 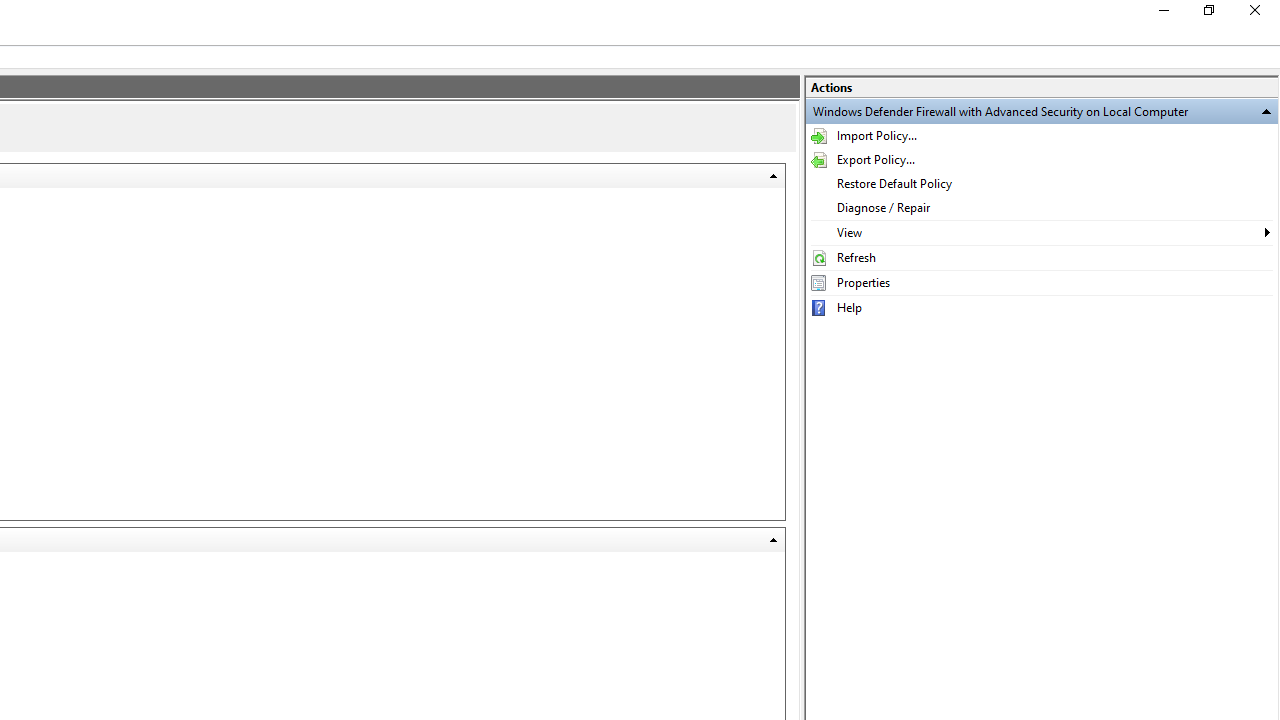 I want to click on 'Export Policy...', so click(x=1040, y=159).